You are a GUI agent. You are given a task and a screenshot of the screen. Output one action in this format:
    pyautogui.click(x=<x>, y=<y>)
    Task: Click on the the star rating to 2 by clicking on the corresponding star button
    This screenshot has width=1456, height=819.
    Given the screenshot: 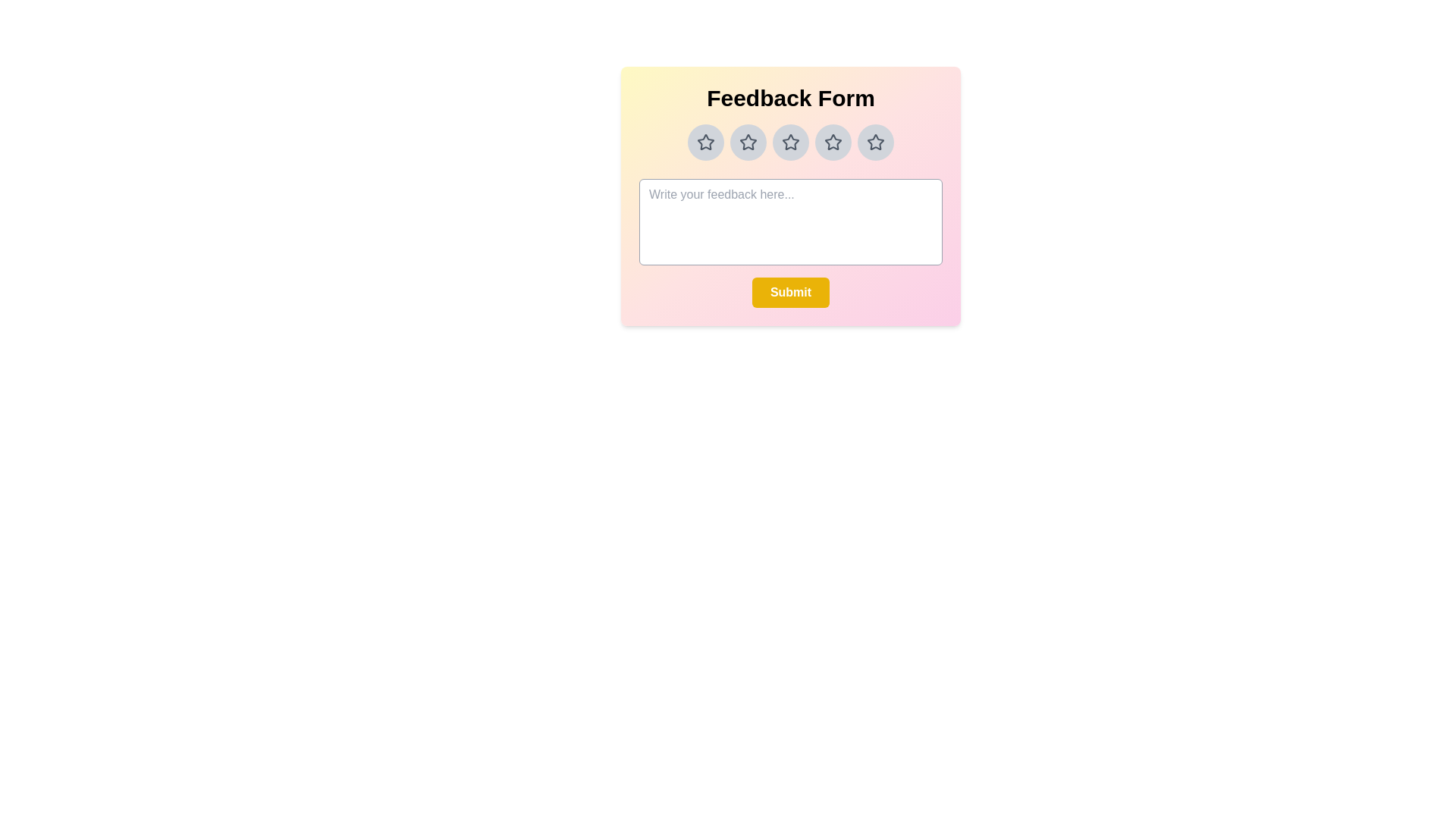 What is the action you would take?
    pyautogui.click(x=748, y=143)
    